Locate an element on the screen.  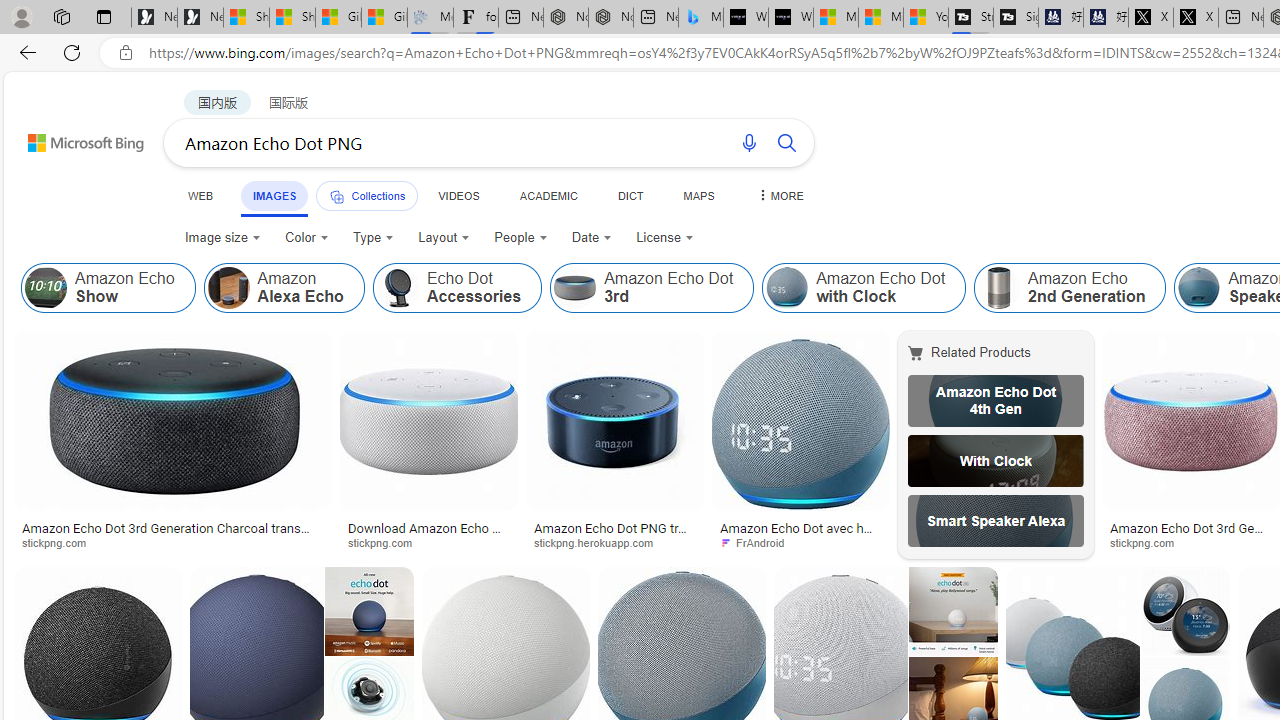
'Image result for Amazon Echo Dot PNG' is located at coordinates (1191, 420).